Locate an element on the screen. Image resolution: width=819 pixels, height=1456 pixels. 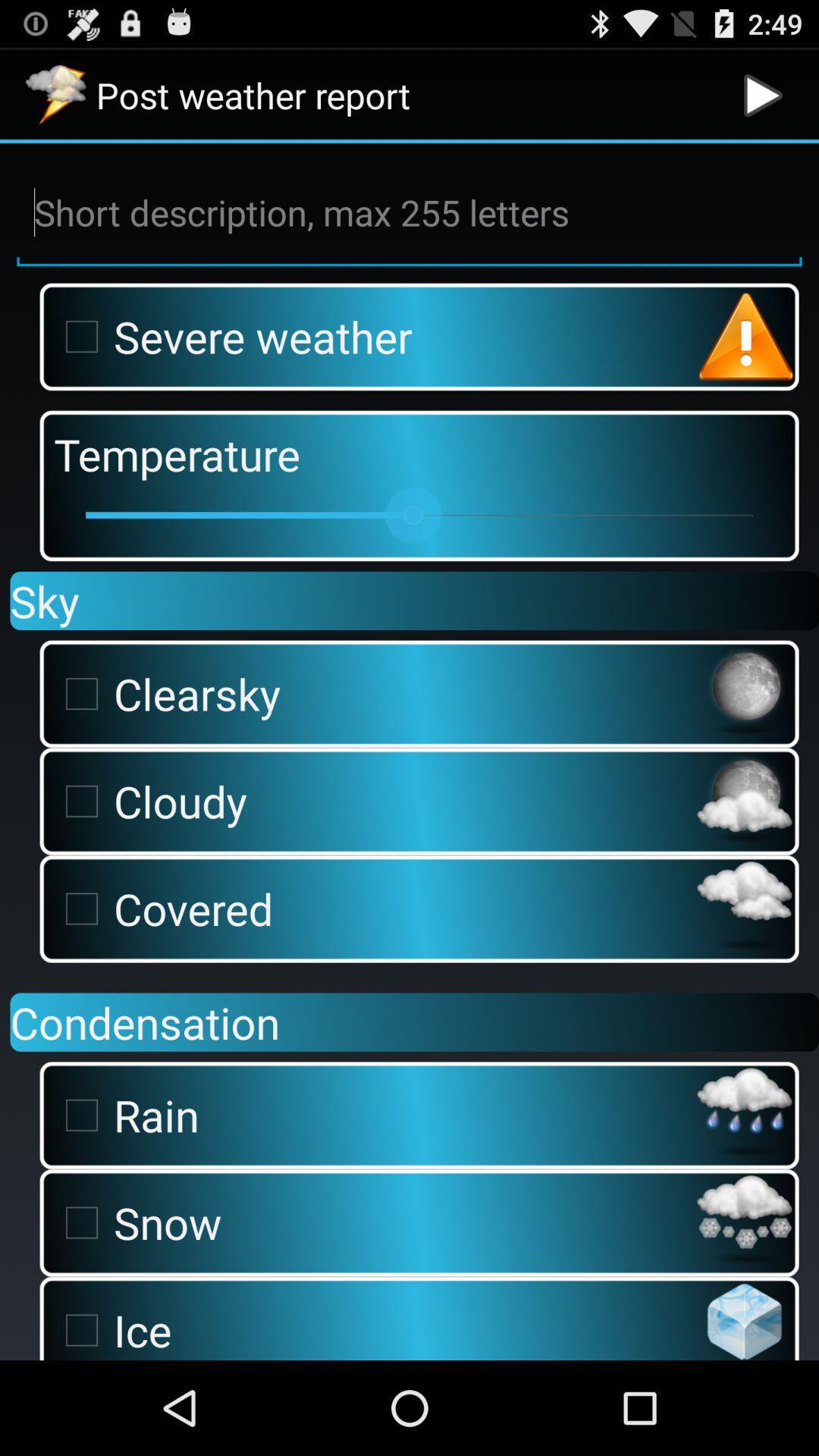
the clearsky item is located at coordinates (371, 693).